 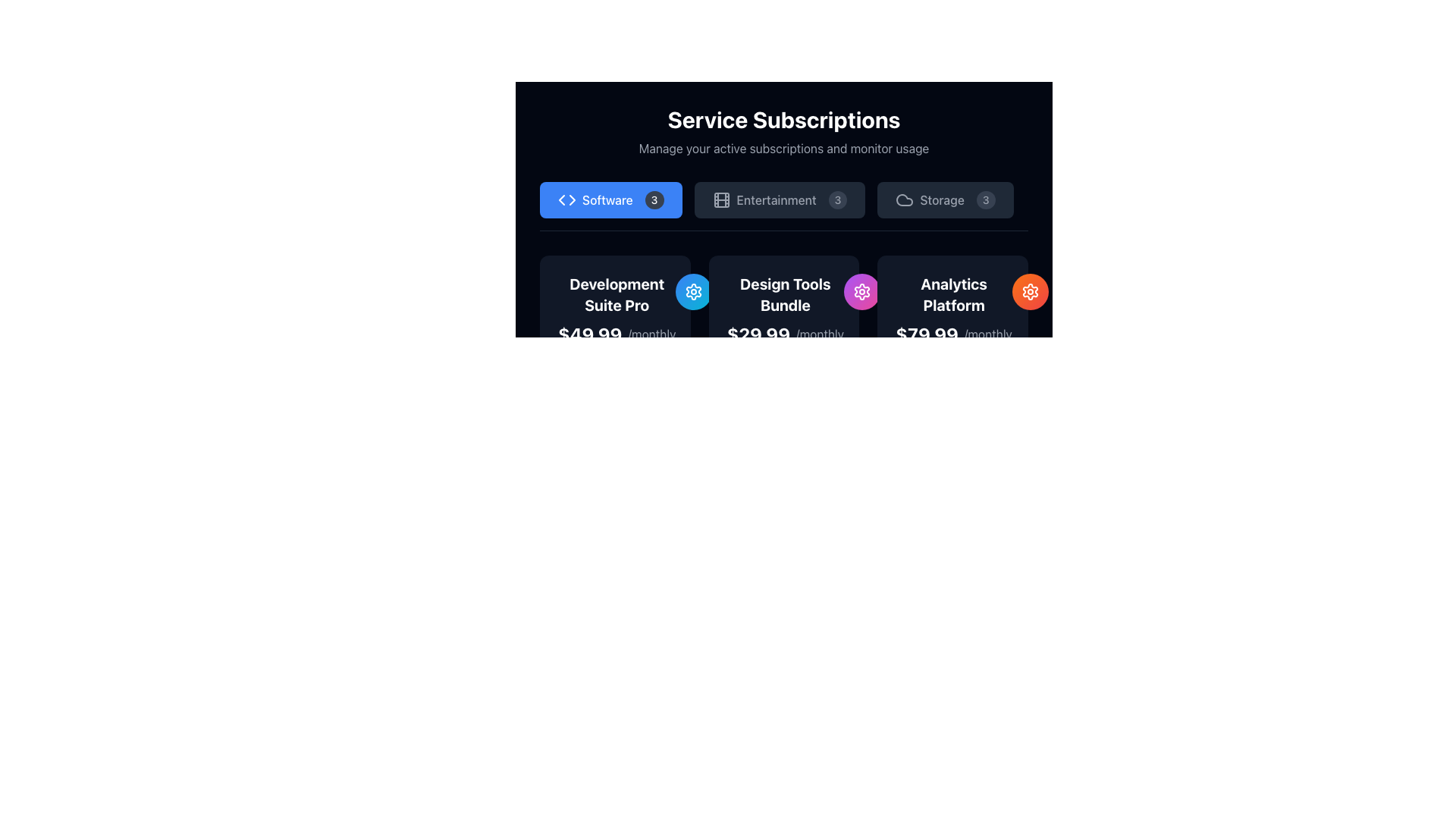 What do you see at coordinates (1030, 292) in the screenshot?
I see `the button located on the far-right side of the 'Analytics Platform' section` at bounding box center [1030, 292].